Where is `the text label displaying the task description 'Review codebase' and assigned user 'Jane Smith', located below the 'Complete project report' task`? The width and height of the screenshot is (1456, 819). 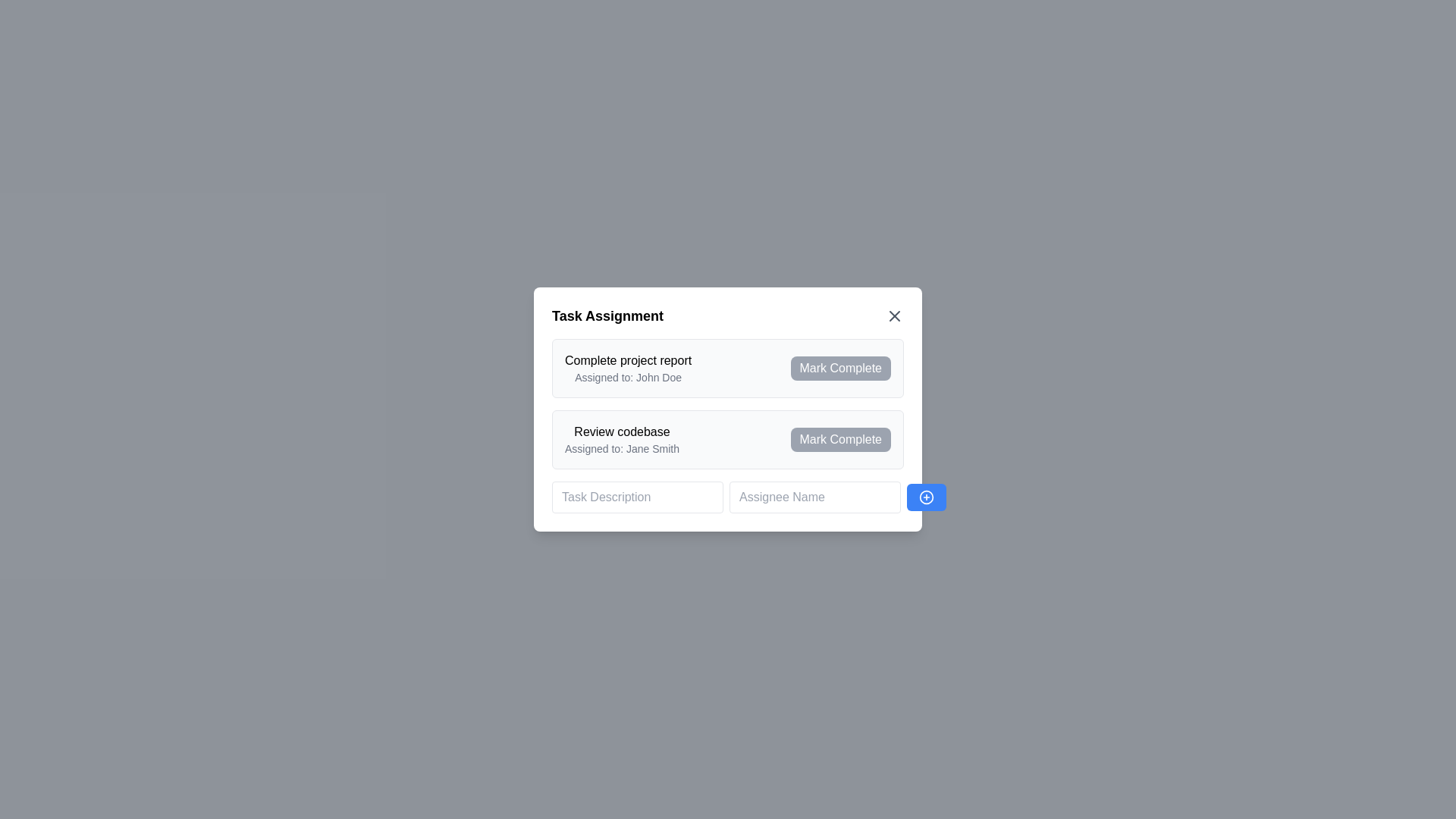
the text label displaying the task description 'Review codebase' and assigned user 'Jane Smith', located below the 'Complete project report' task is located at coordinates (622, 439).